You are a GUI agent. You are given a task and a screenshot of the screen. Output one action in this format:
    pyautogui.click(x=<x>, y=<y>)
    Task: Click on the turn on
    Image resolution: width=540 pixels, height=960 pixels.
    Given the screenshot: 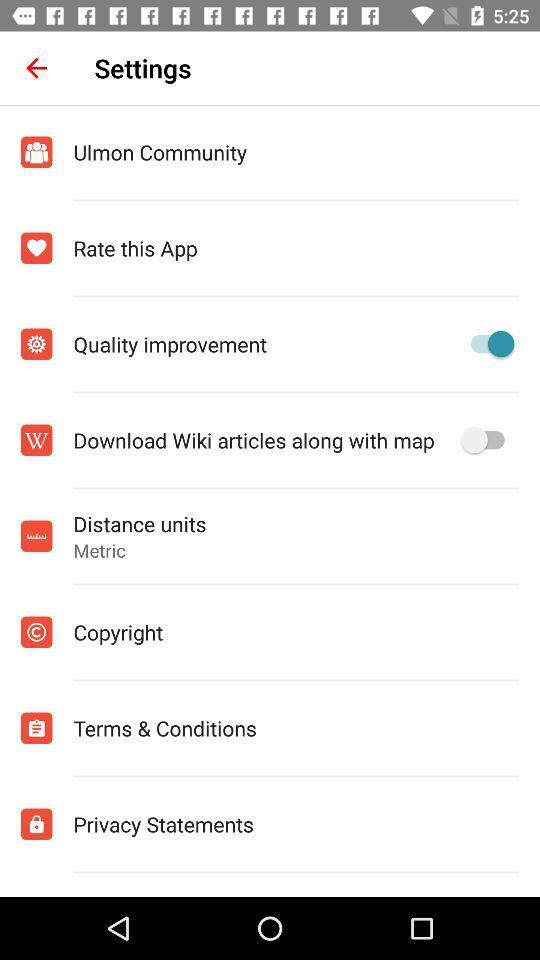 What is the action you would take?
    pyautogui.click(x=486, y=344)
    